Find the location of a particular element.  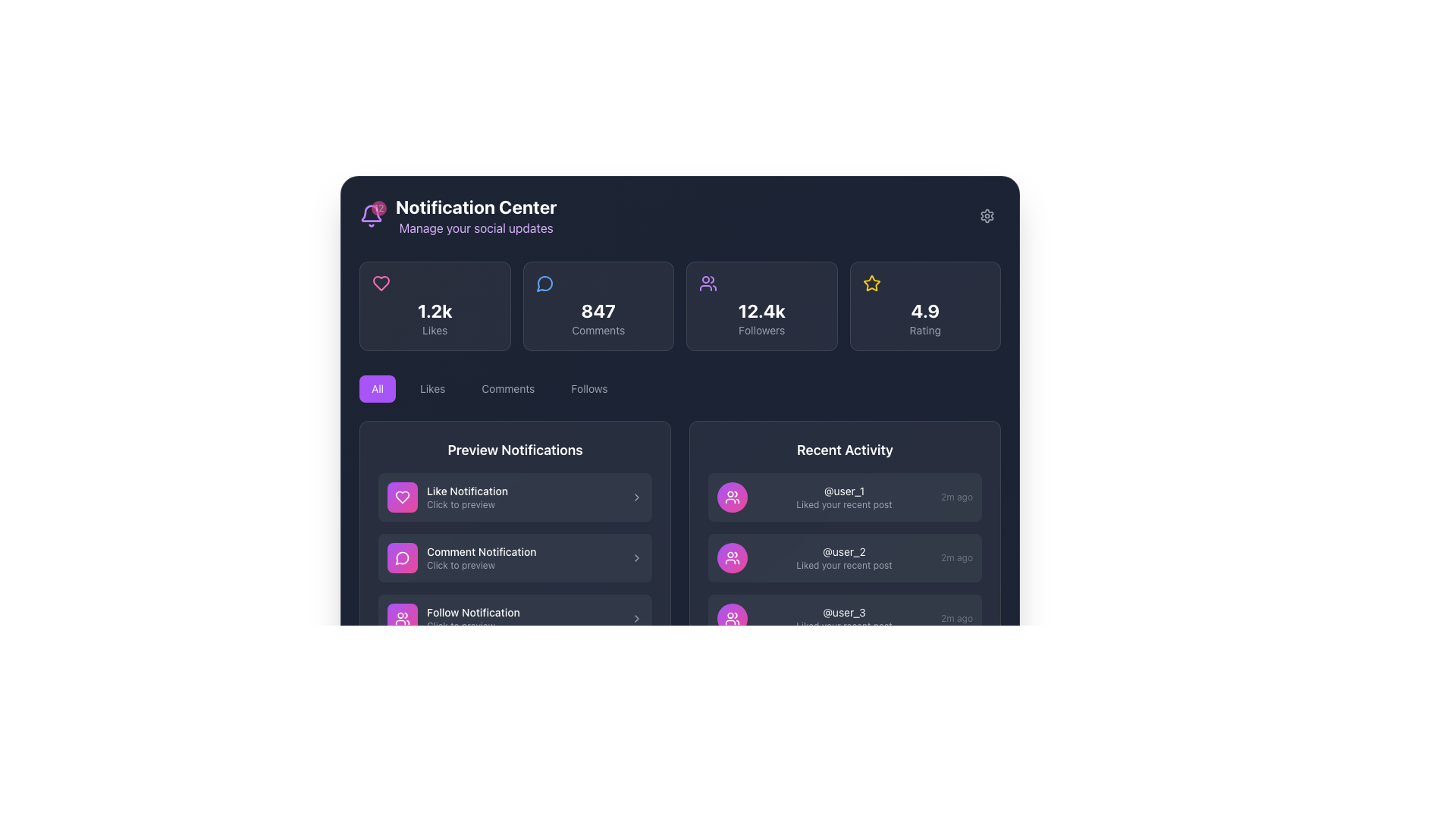

the user activity icon located in the 'Recent Activity' section, which represents the notification for '@user_2 Liked your recent post' is located at coordinates (732, 558).